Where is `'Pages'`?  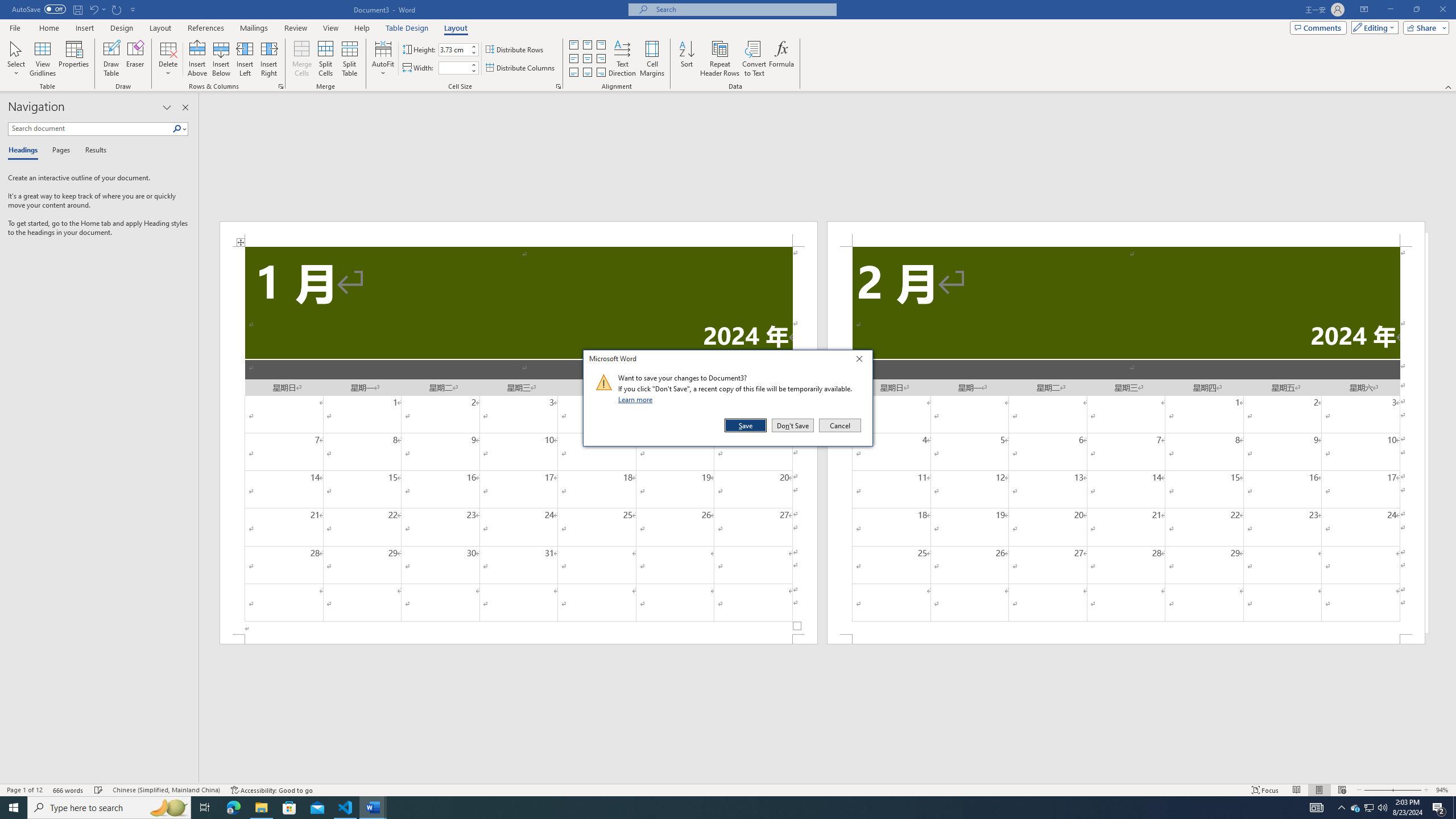
'Pages' is located at coordinates (59, 150).